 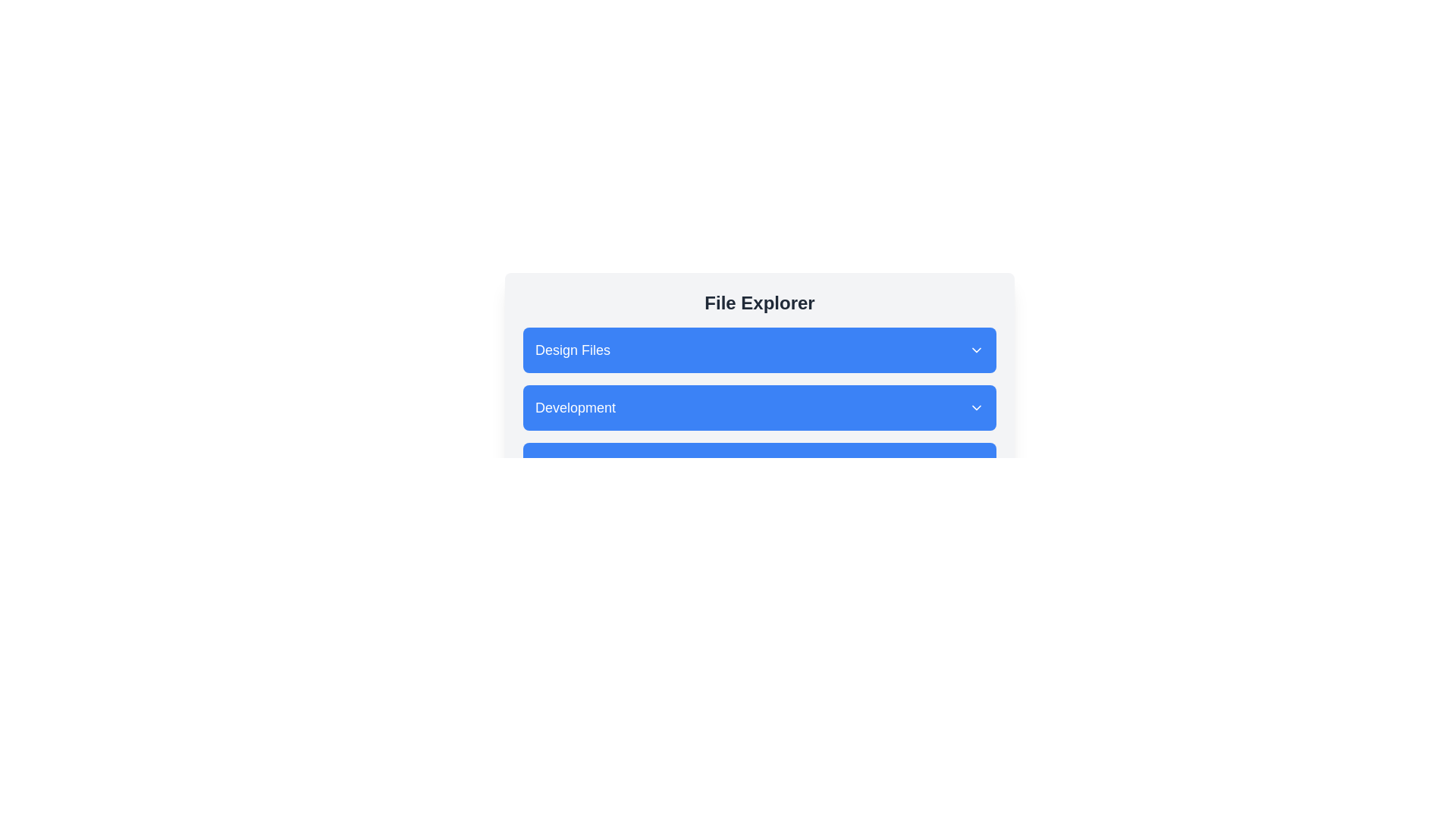 I want to click on the file named Wireframes.pdf within the folder Design Files, so click(x=760, y=350).